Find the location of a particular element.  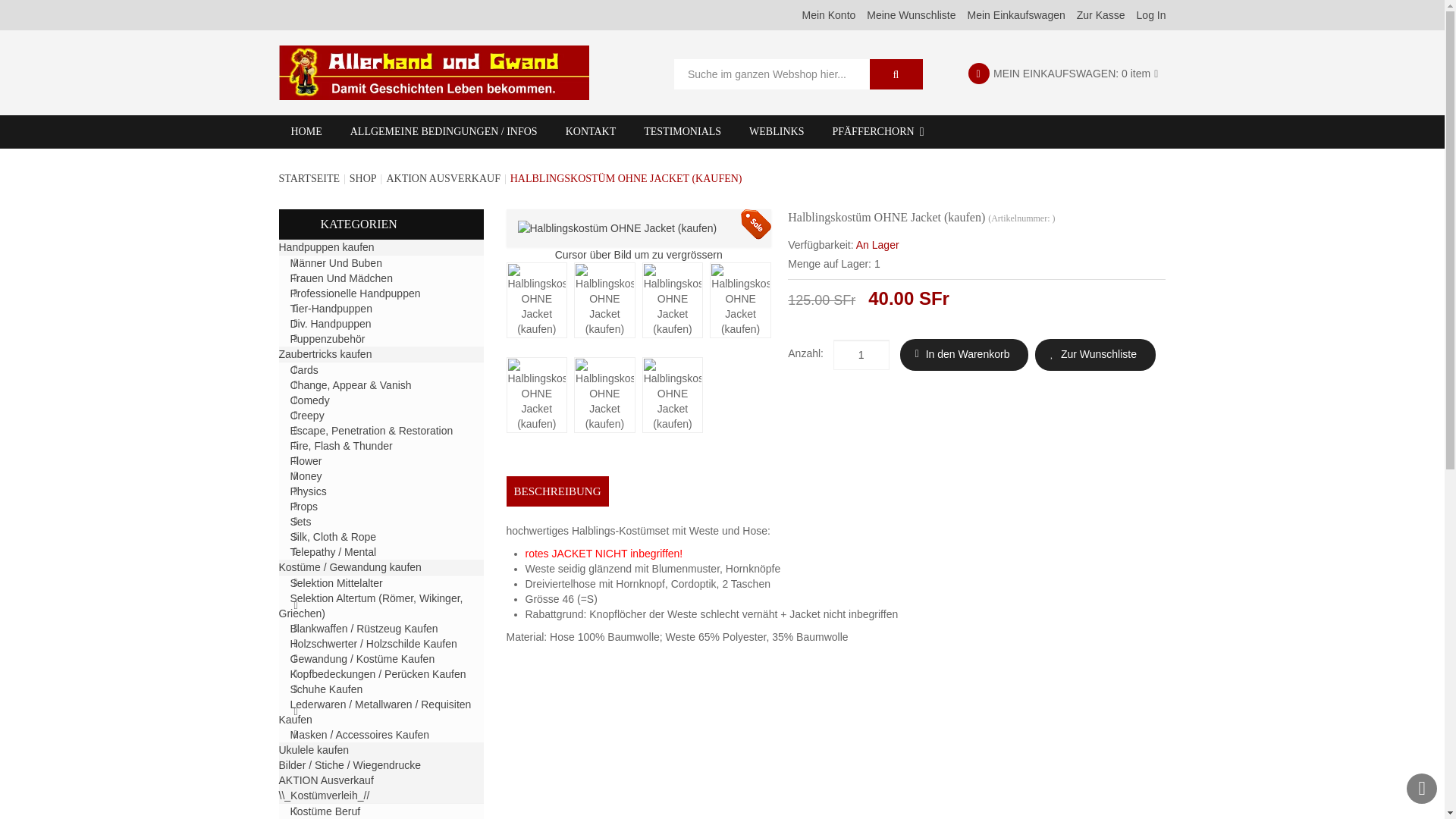

'Ukulele kaufen' is located at coordinates (313, 748).